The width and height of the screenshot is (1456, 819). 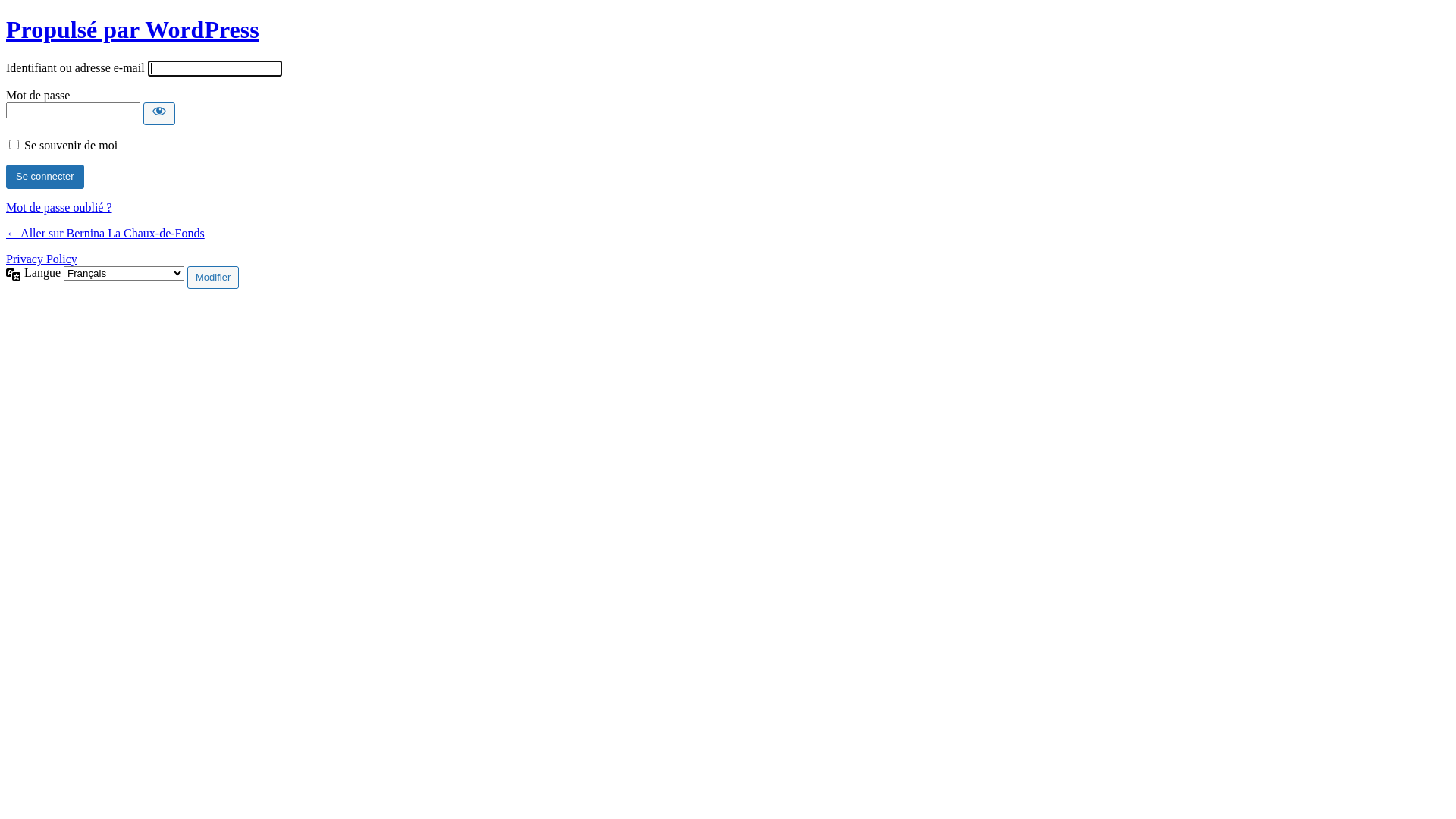 I want to click on 'Se connecter', so click(x=6, y=175).